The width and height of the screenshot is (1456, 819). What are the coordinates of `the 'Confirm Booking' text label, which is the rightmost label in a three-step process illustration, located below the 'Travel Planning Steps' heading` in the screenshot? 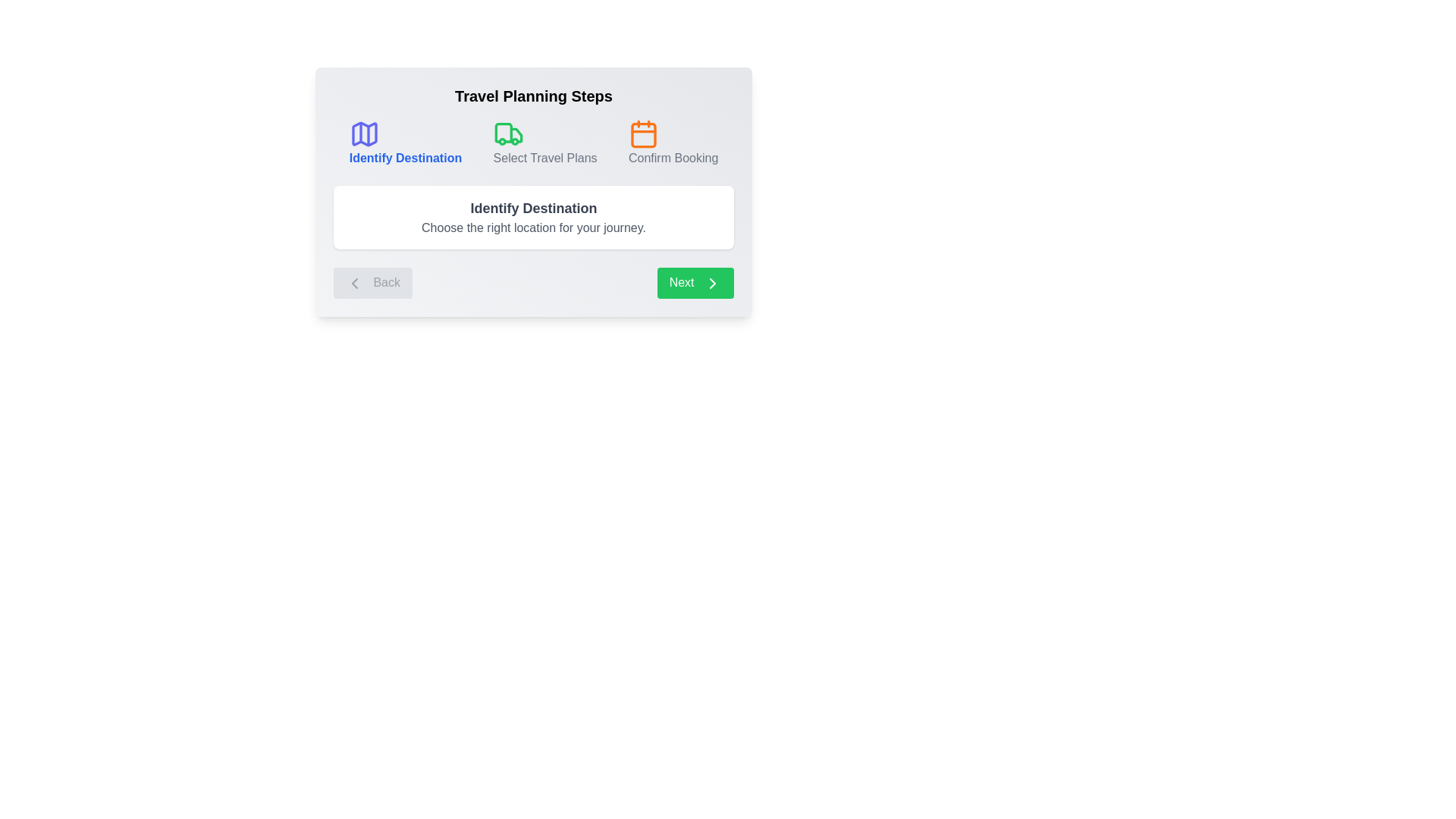 It's located at (673, 158).